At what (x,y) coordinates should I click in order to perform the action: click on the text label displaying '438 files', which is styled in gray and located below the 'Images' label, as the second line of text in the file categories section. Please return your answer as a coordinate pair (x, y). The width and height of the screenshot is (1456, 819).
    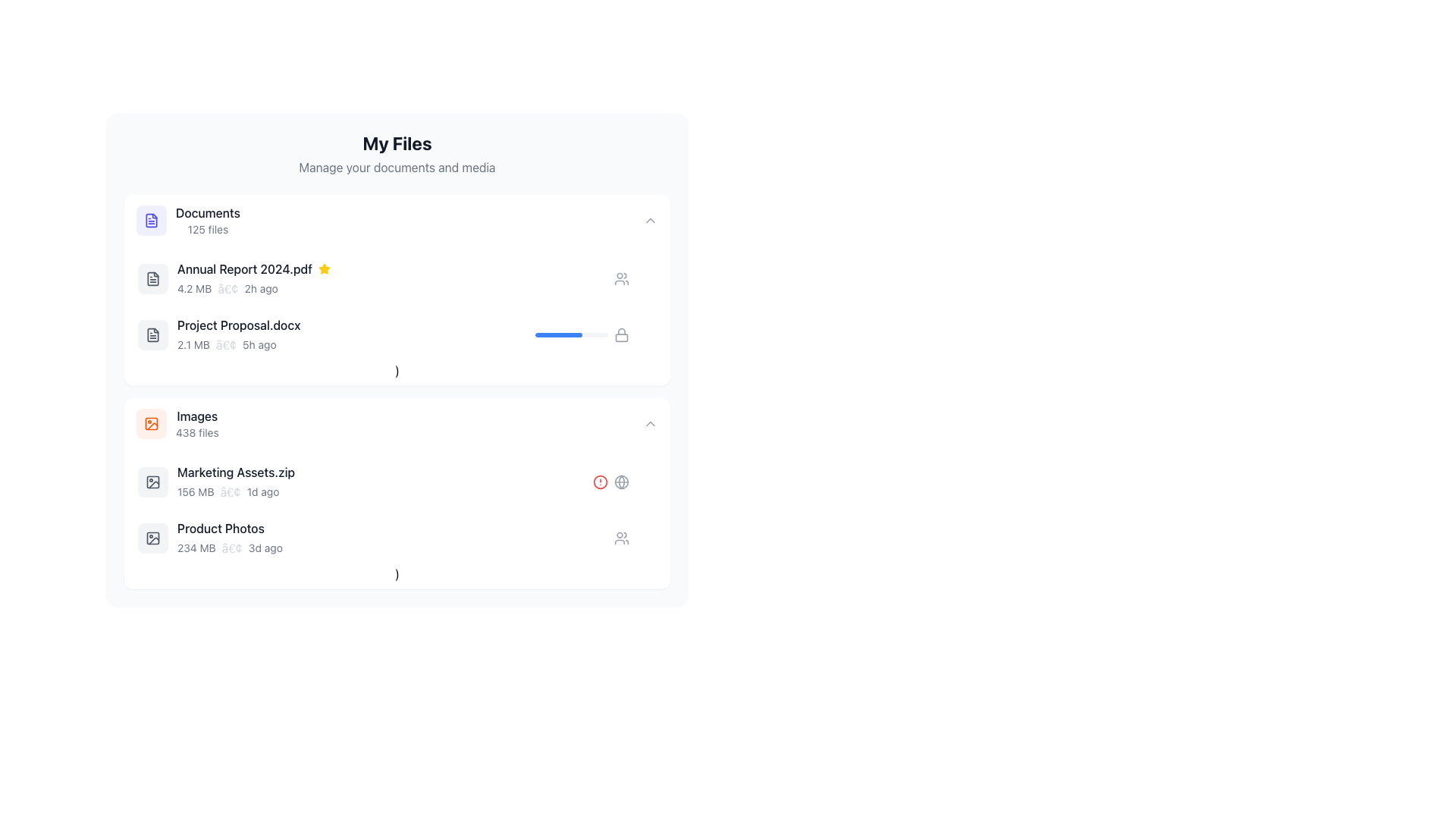
    Looking at the image, I should click on (196, 432).